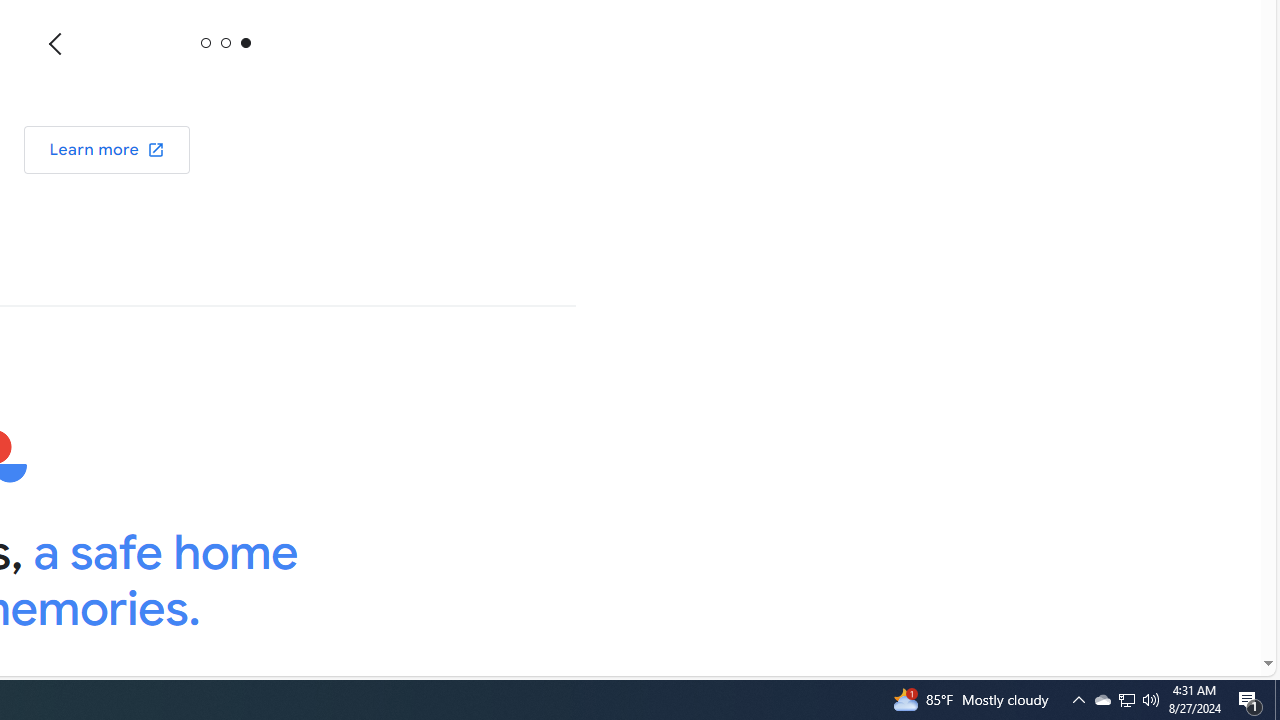 The image size is (1280, 720). I want to click on '2', so click(244, 42).